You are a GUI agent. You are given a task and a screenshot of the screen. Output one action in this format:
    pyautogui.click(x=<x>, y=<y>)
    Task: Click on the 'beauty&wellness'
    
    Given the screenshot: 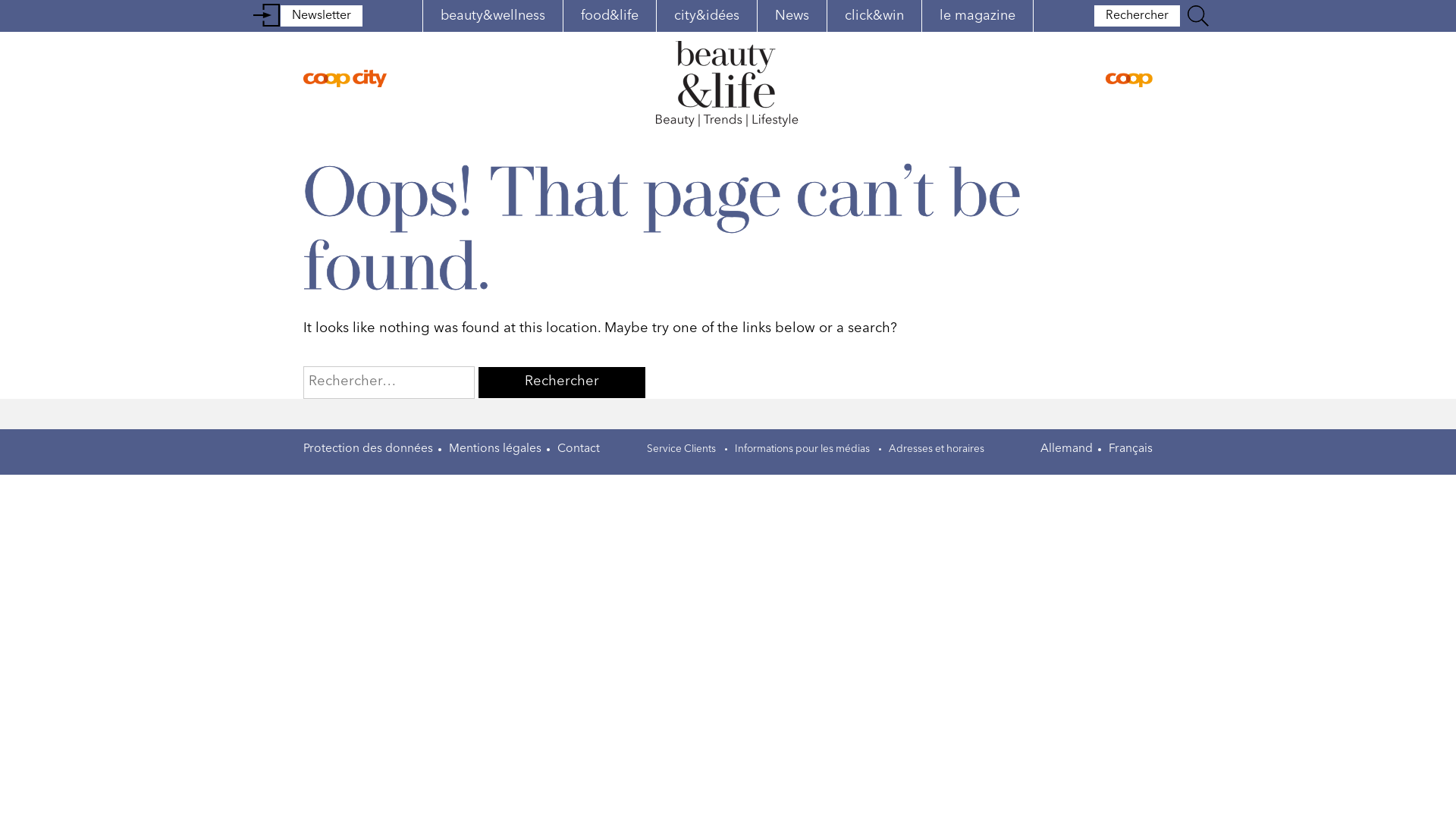 What is the action you would take?
    pyautogui.click(x=492, y=15)
    